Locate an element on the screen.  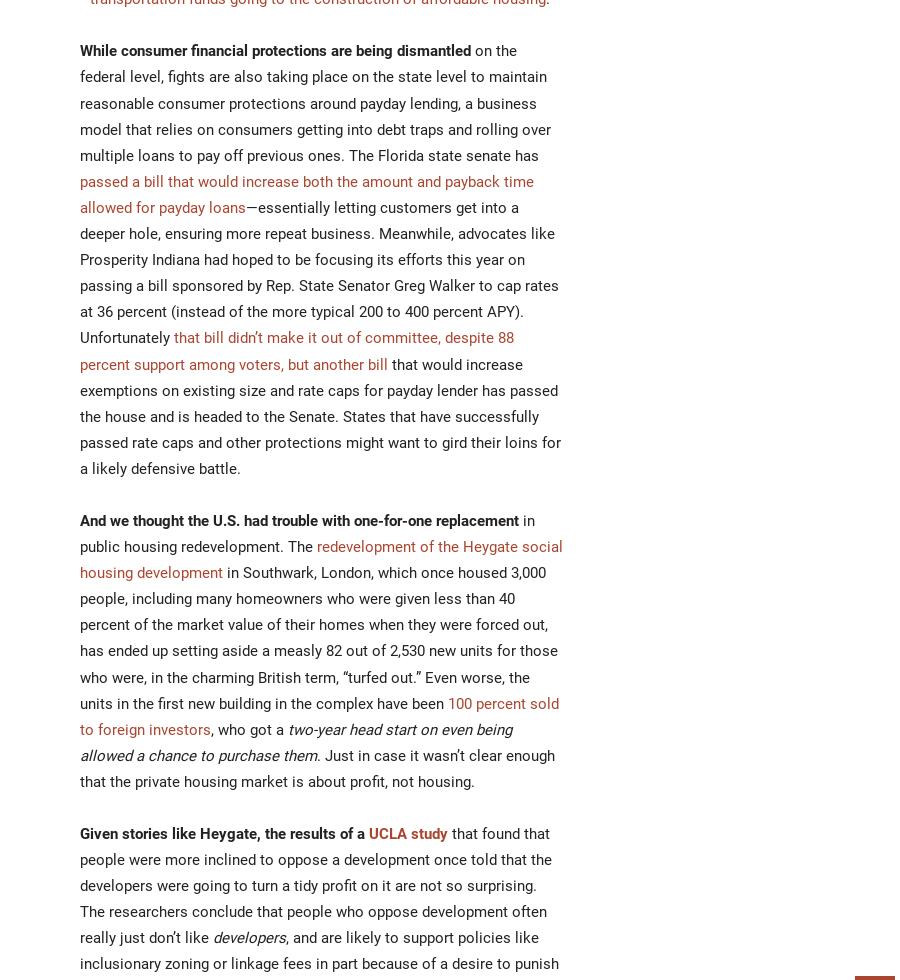
'Given stories like Heygate, the results of a' is located at coordinates (79, 833).